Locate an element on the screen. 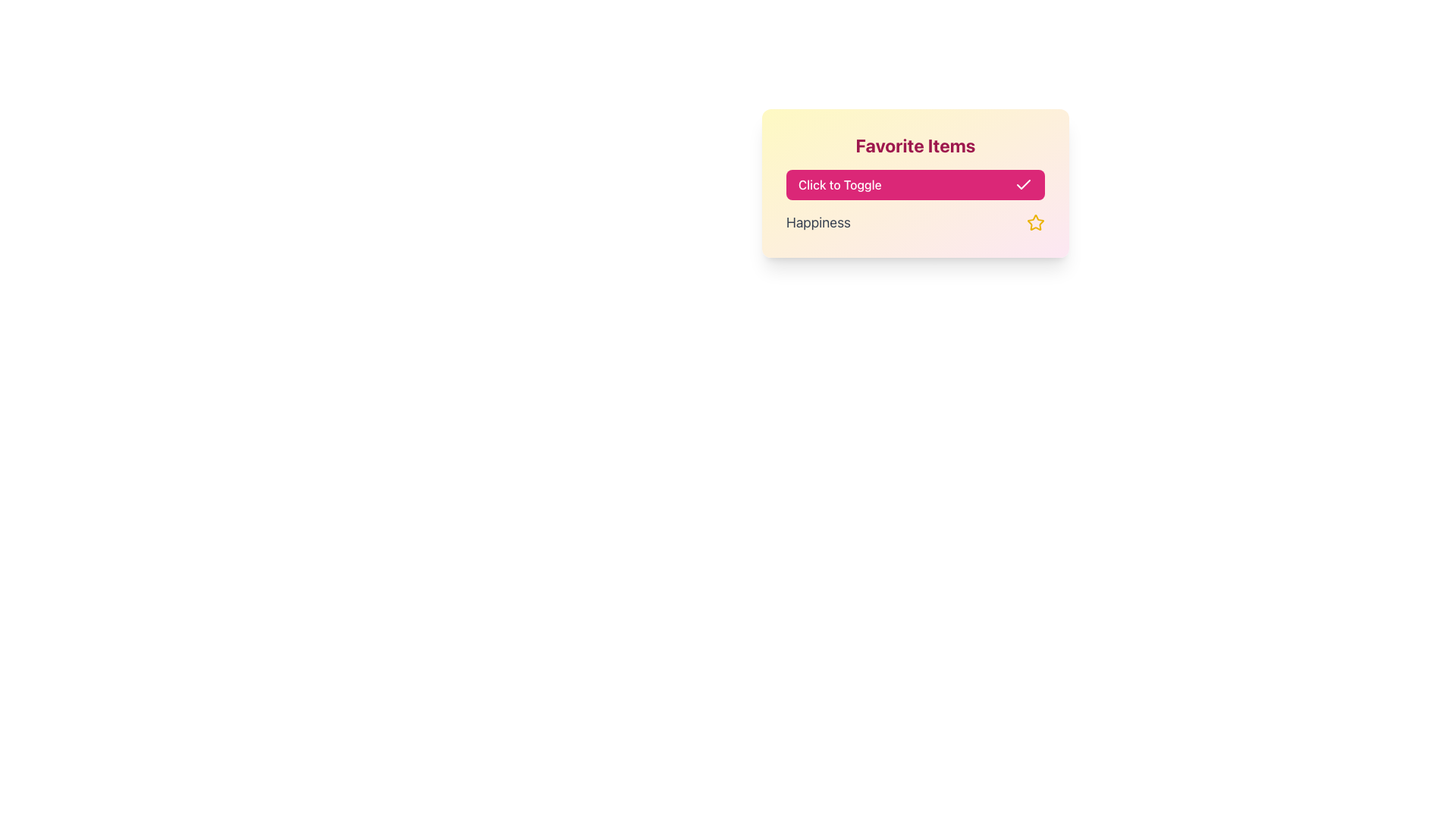  the wide rectangular button labeled 'Click to Toggle' with a pink background is located at coordinates (915, 184).